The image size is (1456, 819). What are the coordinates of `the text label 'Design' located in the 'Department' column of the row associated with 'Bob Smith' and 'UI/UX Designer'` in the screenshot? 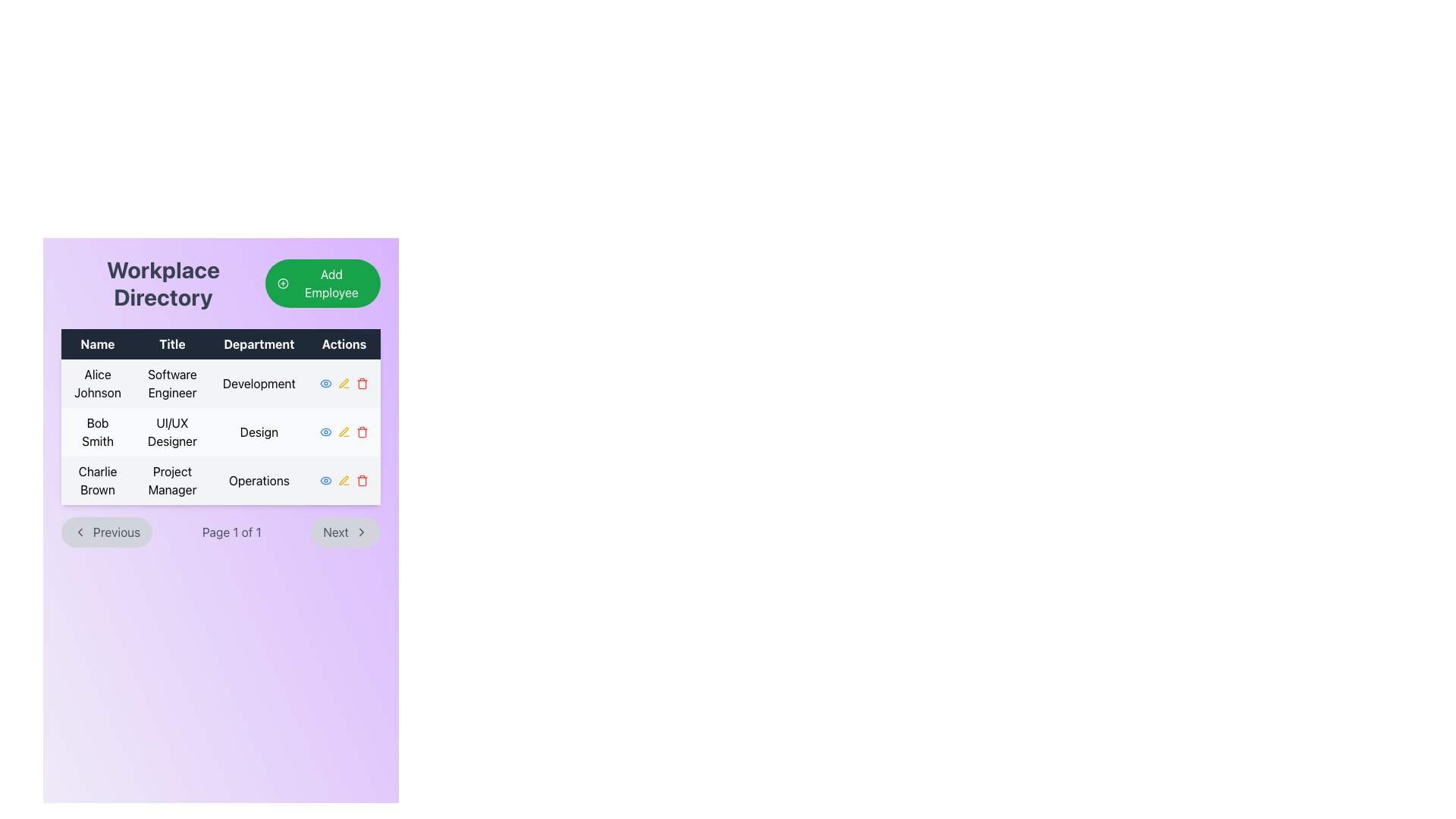 It's located at (259, 432).